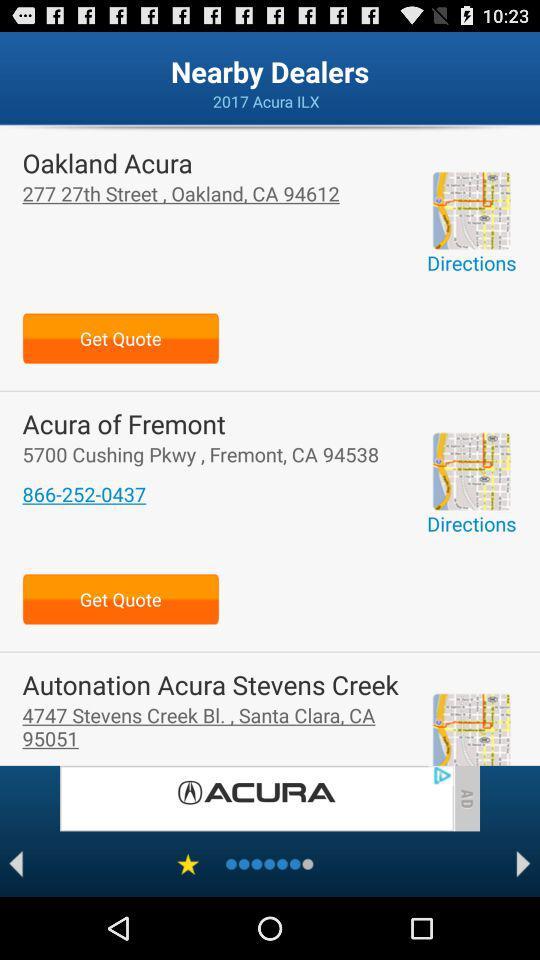 This screenshot has width=540, height=960. Describe the element at coordinates (471, 471) in the screenshot. I see `search directions` at that location.